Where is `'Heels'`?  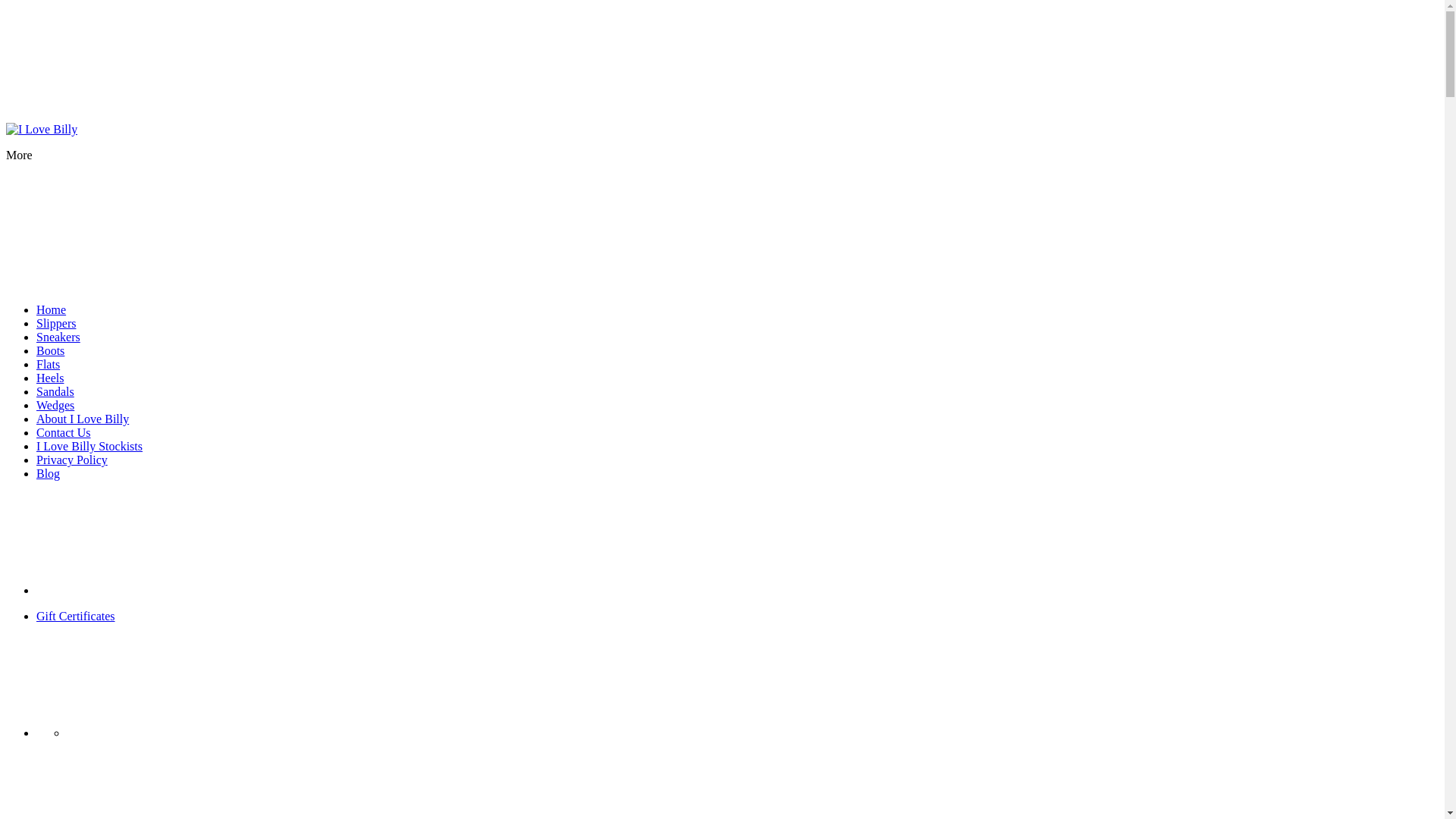 'Heels' is located at coordinates (50, 377).